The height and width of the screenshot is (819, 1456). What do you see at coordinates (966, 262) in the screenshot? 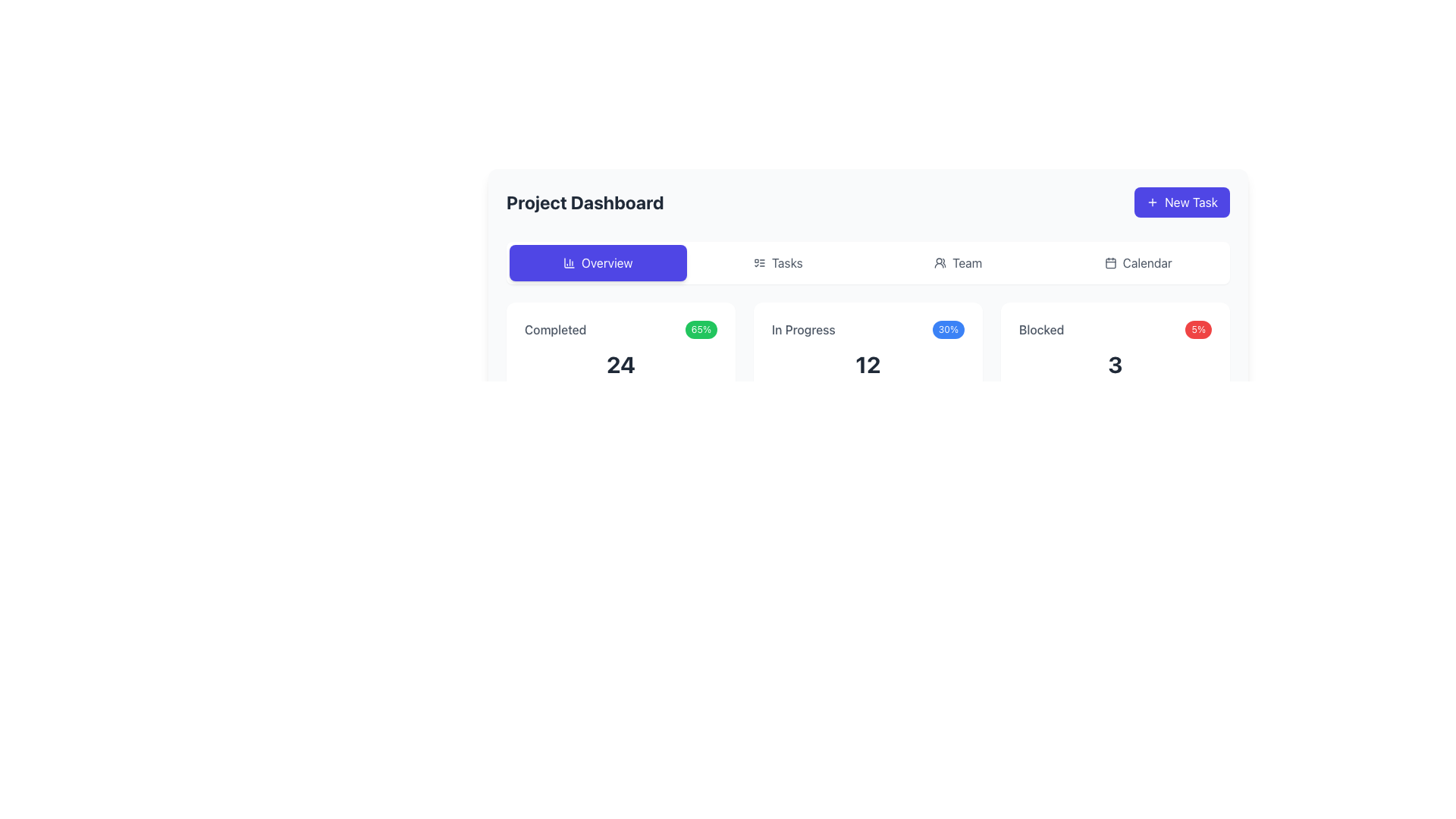
I see `the 'Team' text label in the navigation menu` at bounding box center [966, 262].